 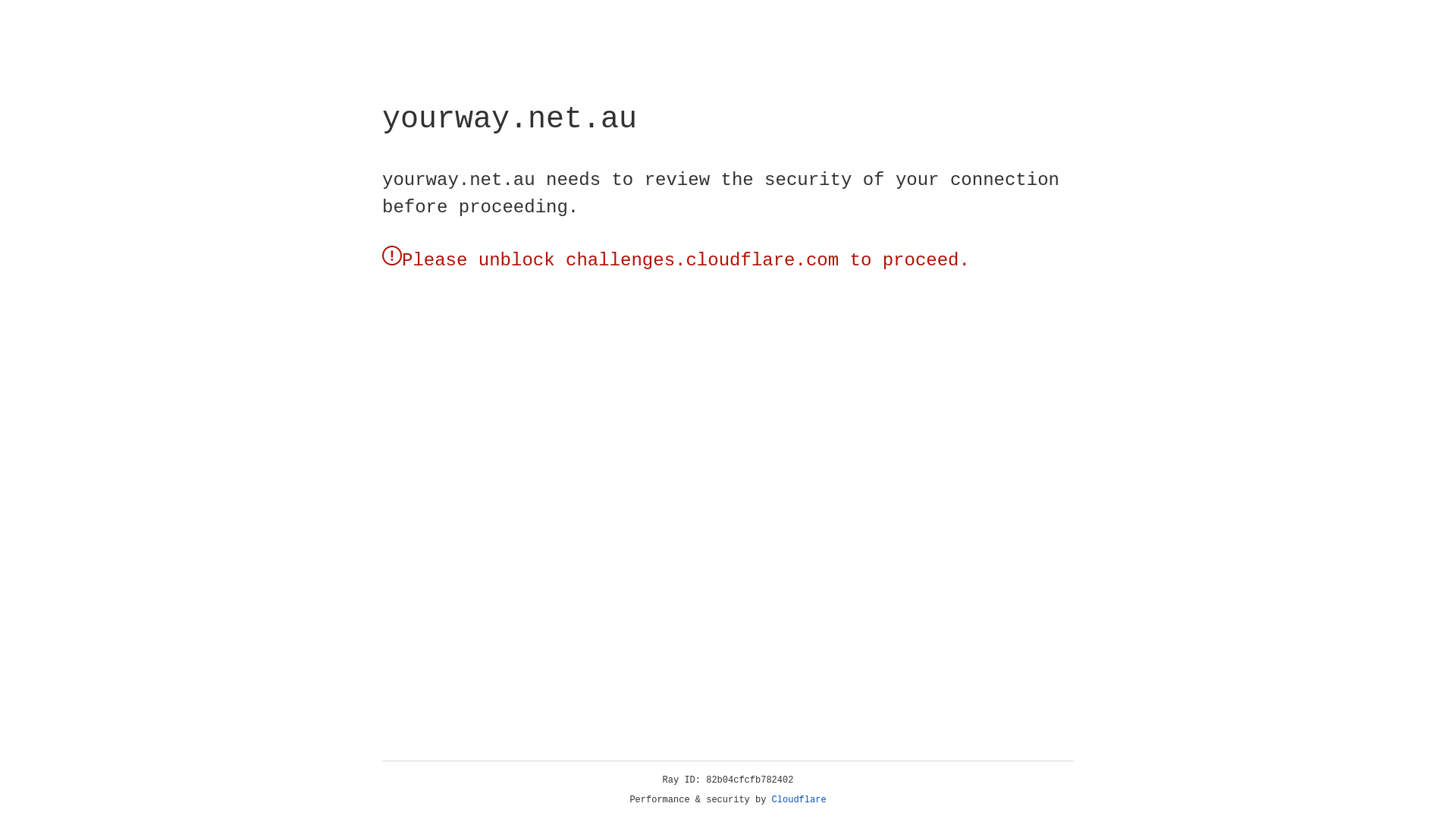 I want to click on 'Cloudflare', so click(x=799, y=799).